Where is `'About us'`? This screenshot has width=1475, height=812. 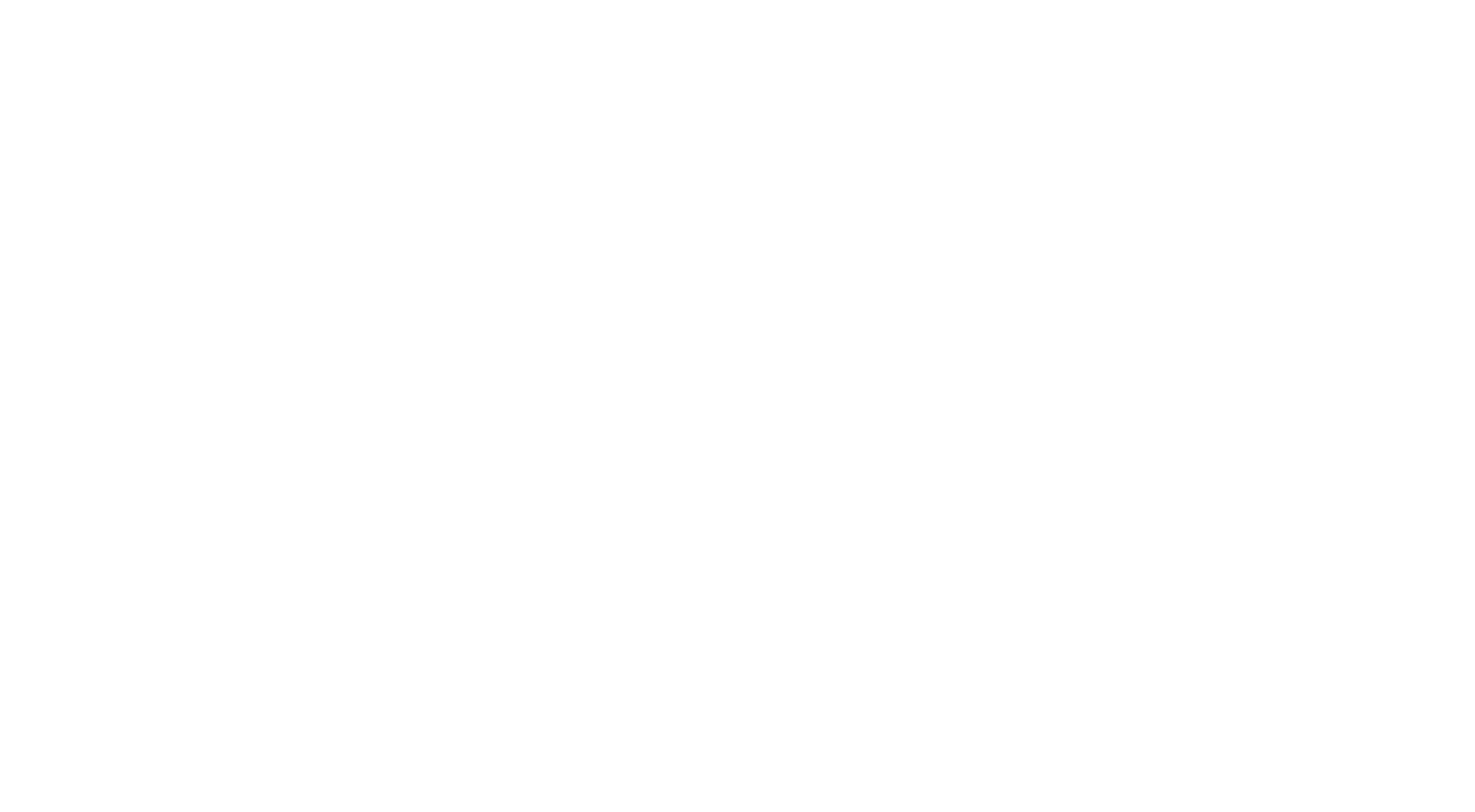
'About us' is located at coordinates (404, 690).